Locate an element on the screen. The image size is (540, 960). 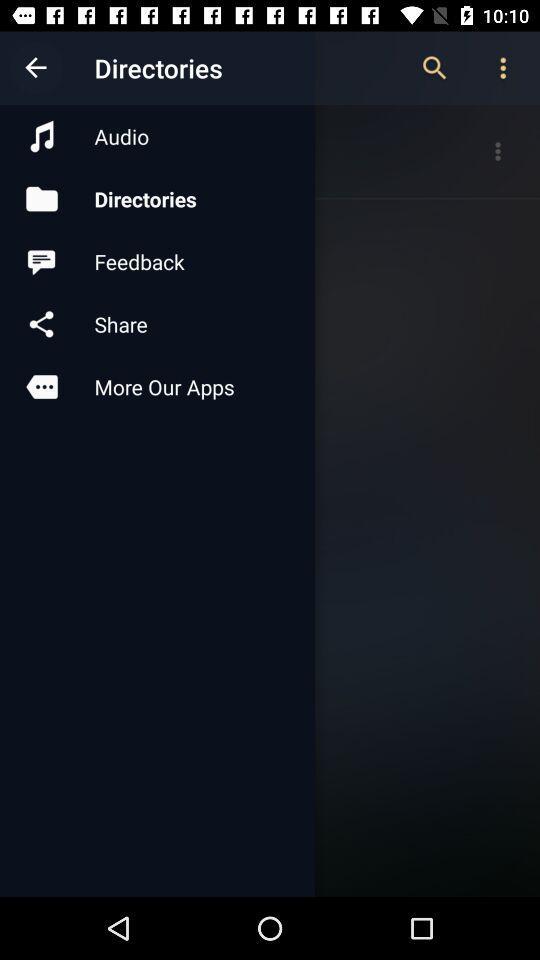
icon below feedback is located at coordinates (156, 324).